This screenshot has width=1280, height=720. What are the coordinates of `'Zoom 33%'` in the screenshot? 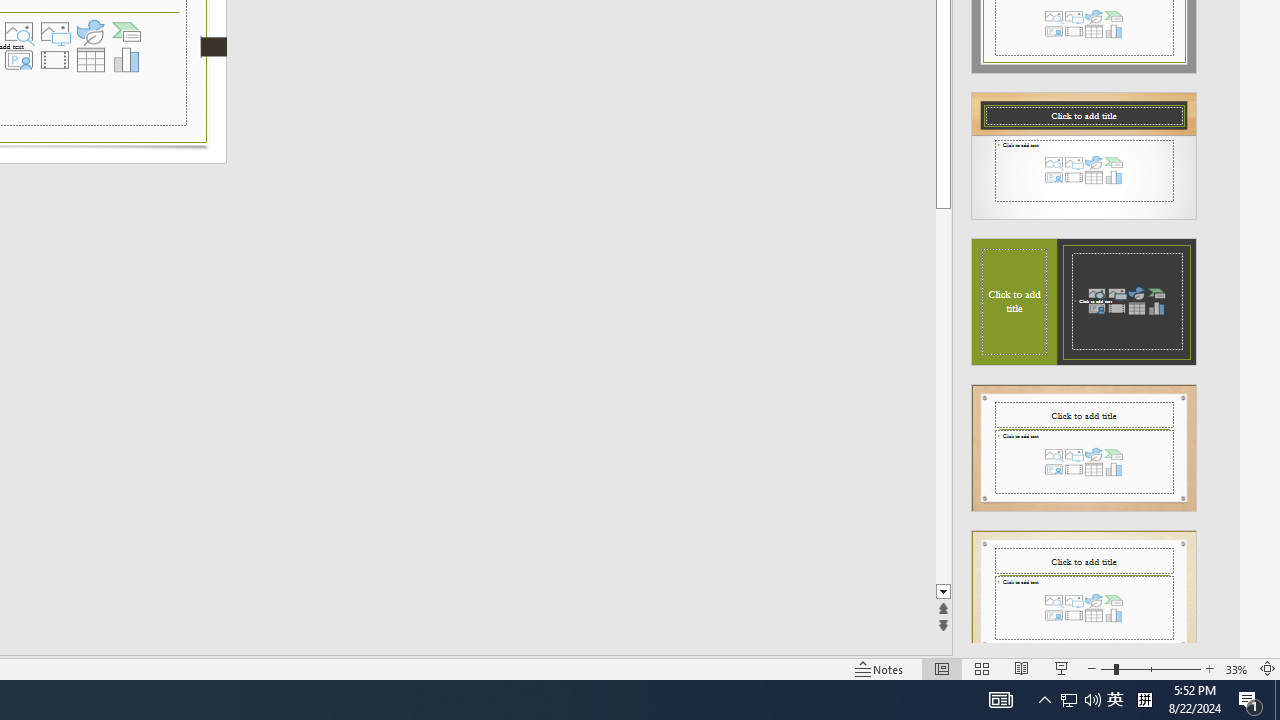 It's located at (1236, 669).